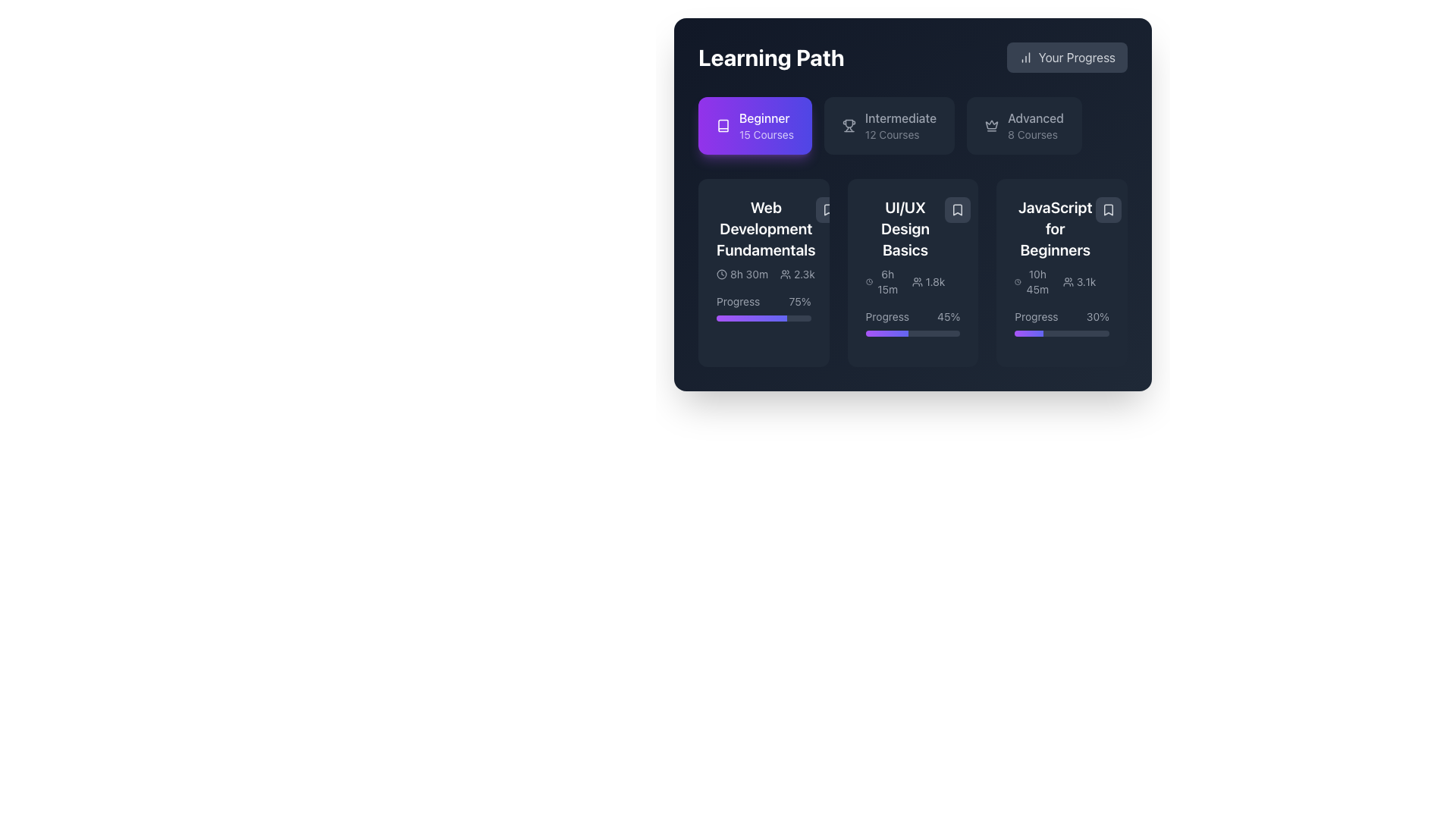  Describe the element at coordinates (957, 210) in the screenshot. I see `the bookmark-like icon located in the top-right corner of the 'UI/UX Design Basics' card` at that location.